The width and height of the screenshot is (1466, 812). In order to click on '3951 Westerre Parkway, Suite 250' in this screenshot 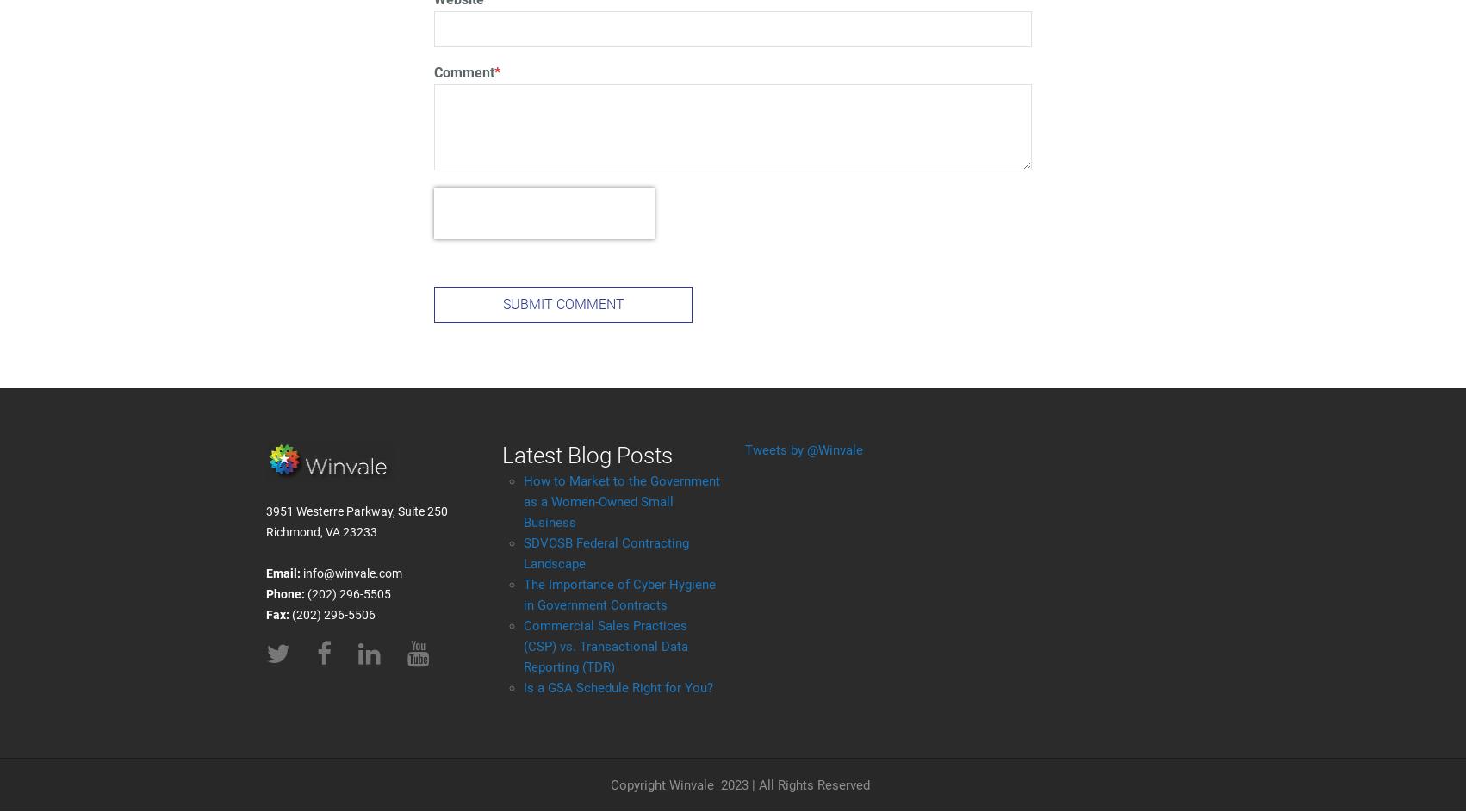, I will do `click(357, 510)`.